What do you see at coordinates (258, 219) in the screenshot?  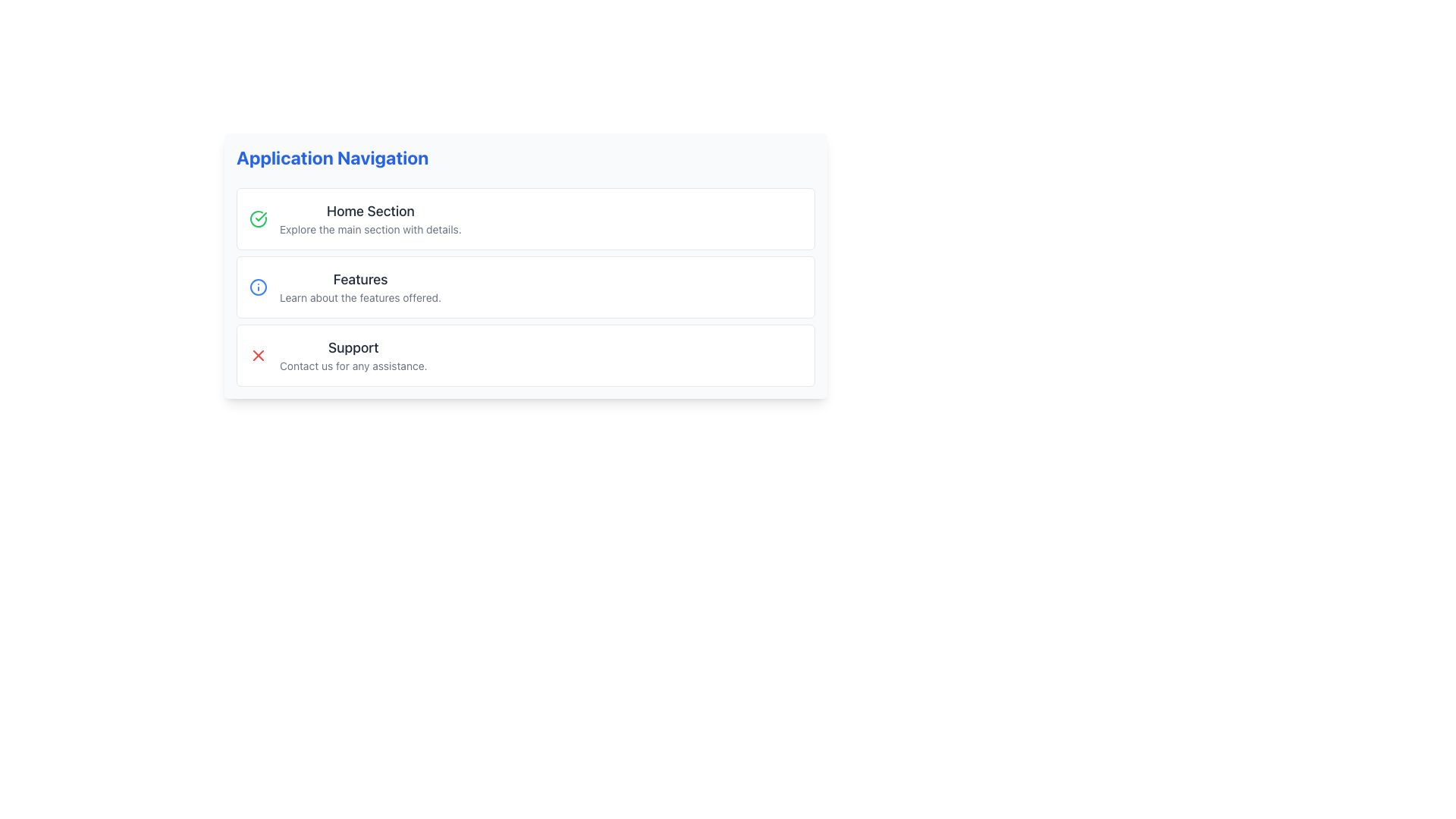 I see `the visual indicator icon marking the 'Home Section'` at bounding box center [258, 219].